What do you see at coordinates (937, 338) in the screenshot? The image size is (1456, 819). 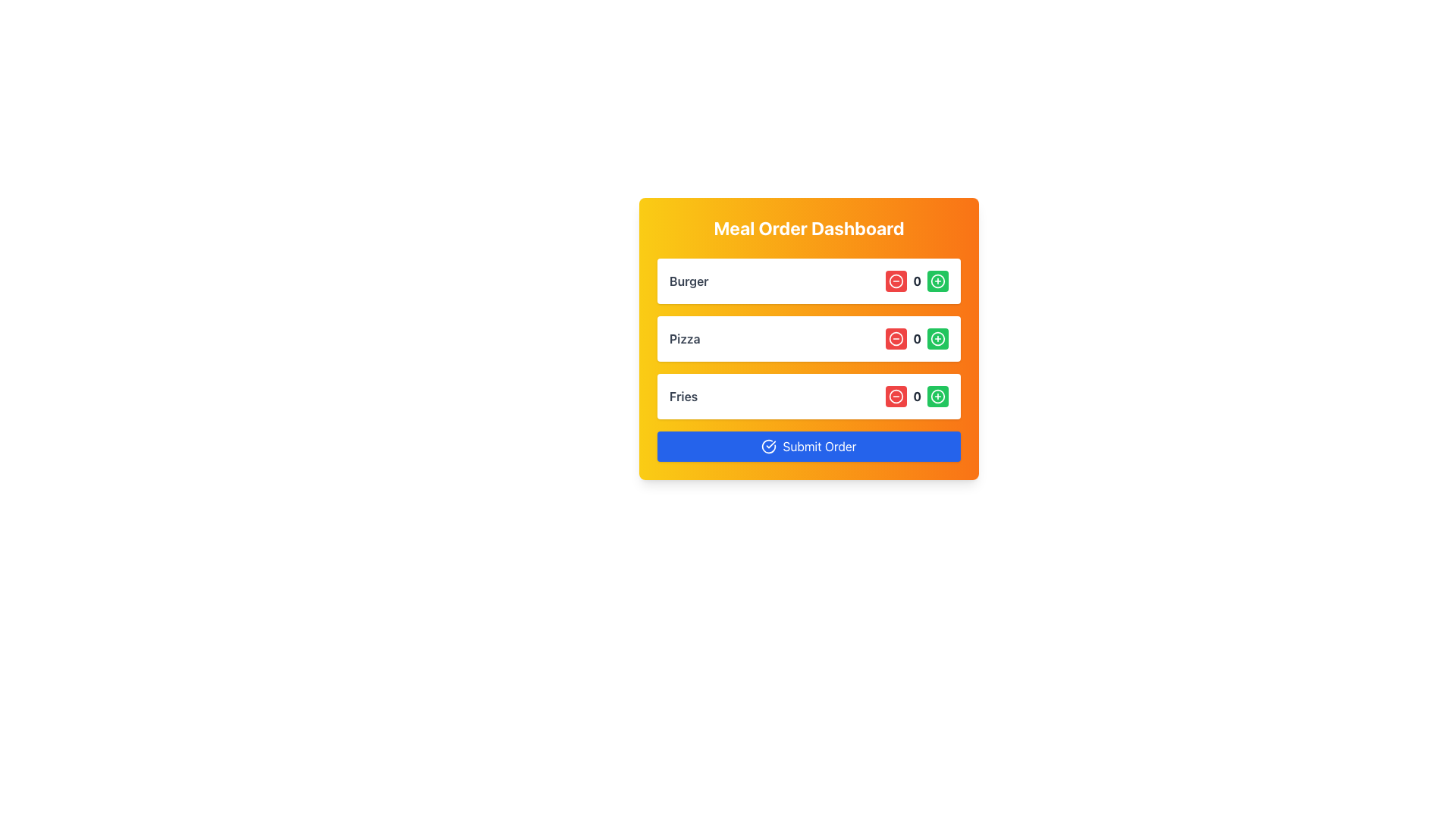 I see `the green circular button with a white plus icon, located to the far right of the horizontal grouping of elements` at bounding box center [937, 338].